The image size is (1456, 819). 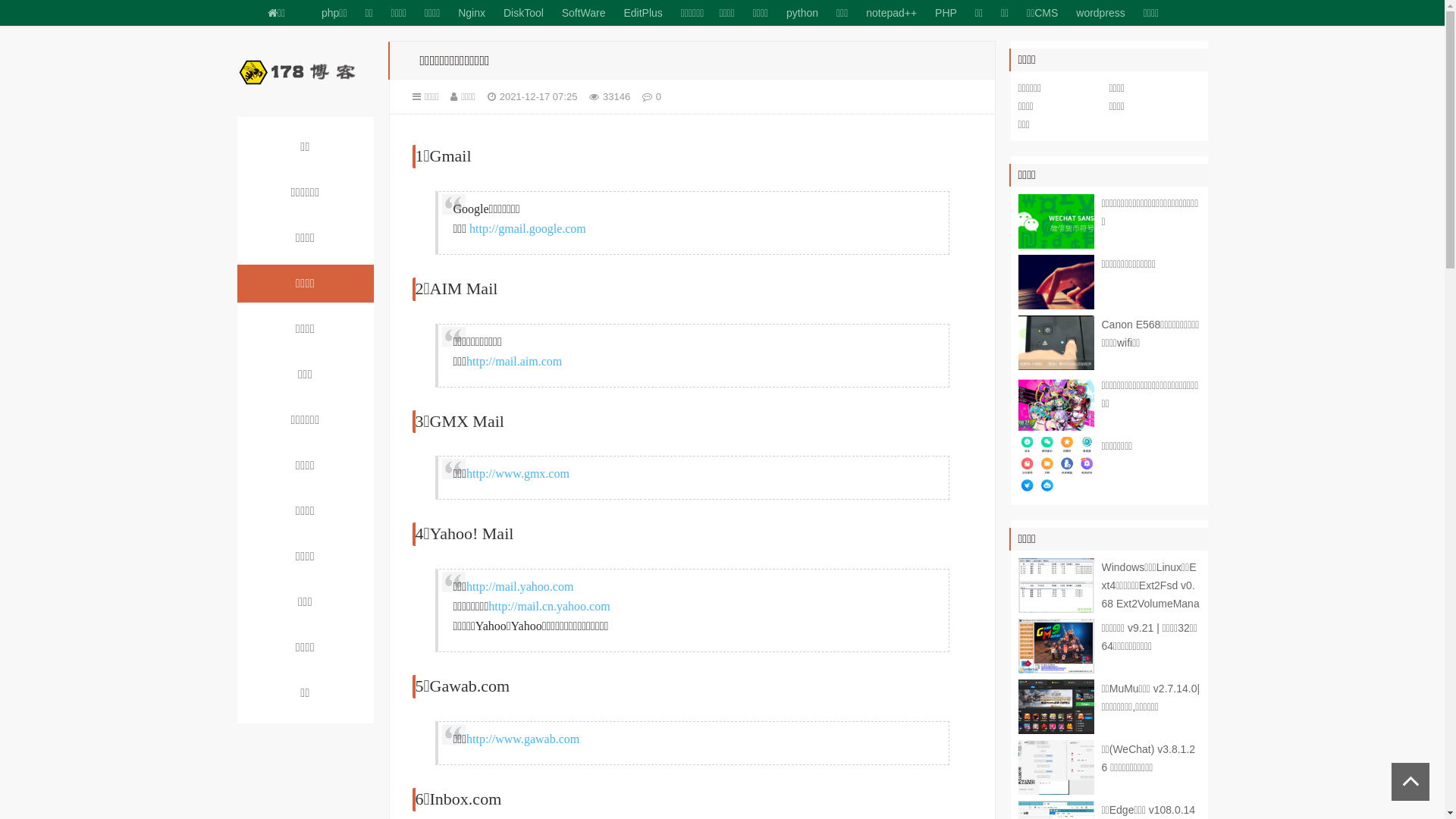 I want to click on 'notepad++', so click(x=891, y=12).